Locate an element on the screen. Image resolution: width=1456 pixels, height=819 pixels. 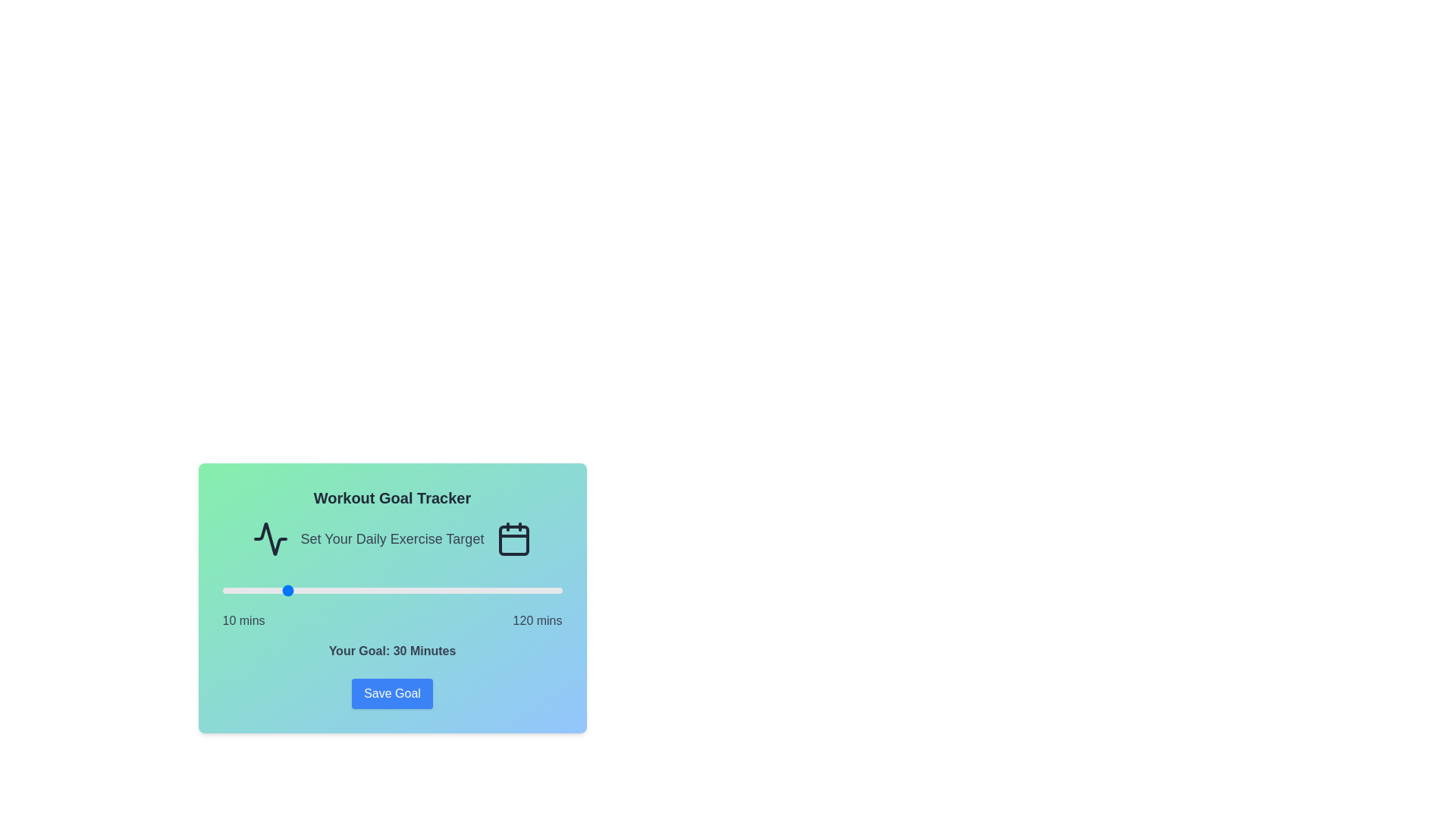
the range slider label '120 mins' to highlight it is located at coordinates (538, 620).